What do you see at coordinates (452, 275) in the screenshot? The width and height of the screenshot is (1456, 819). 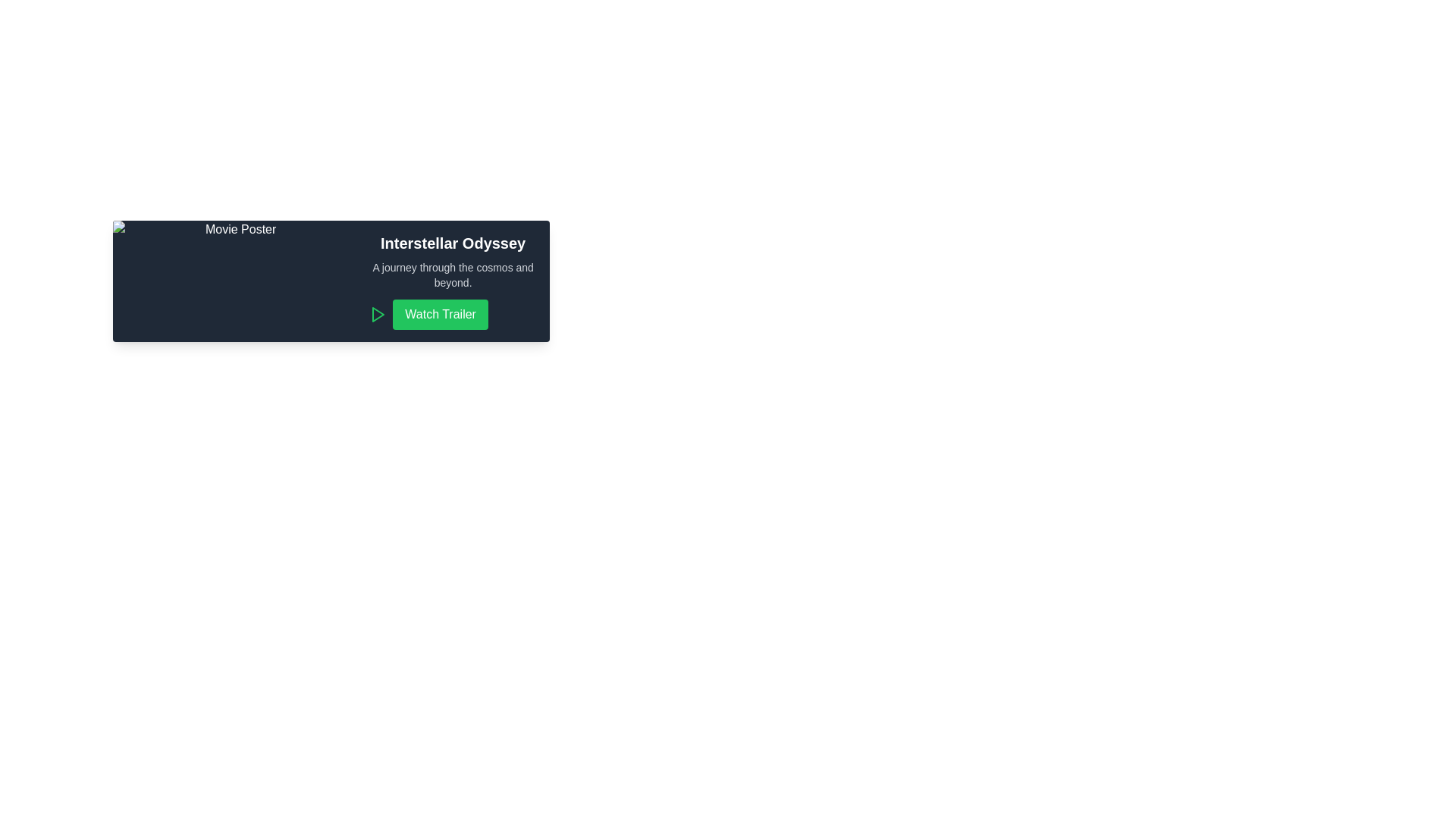 I see `the textual description displayed in a smaller, lighter-colored font beneath the main title 'Interstellar Odyssey', which provides an engaging summary or tagline` at bounding box center [452, 275].